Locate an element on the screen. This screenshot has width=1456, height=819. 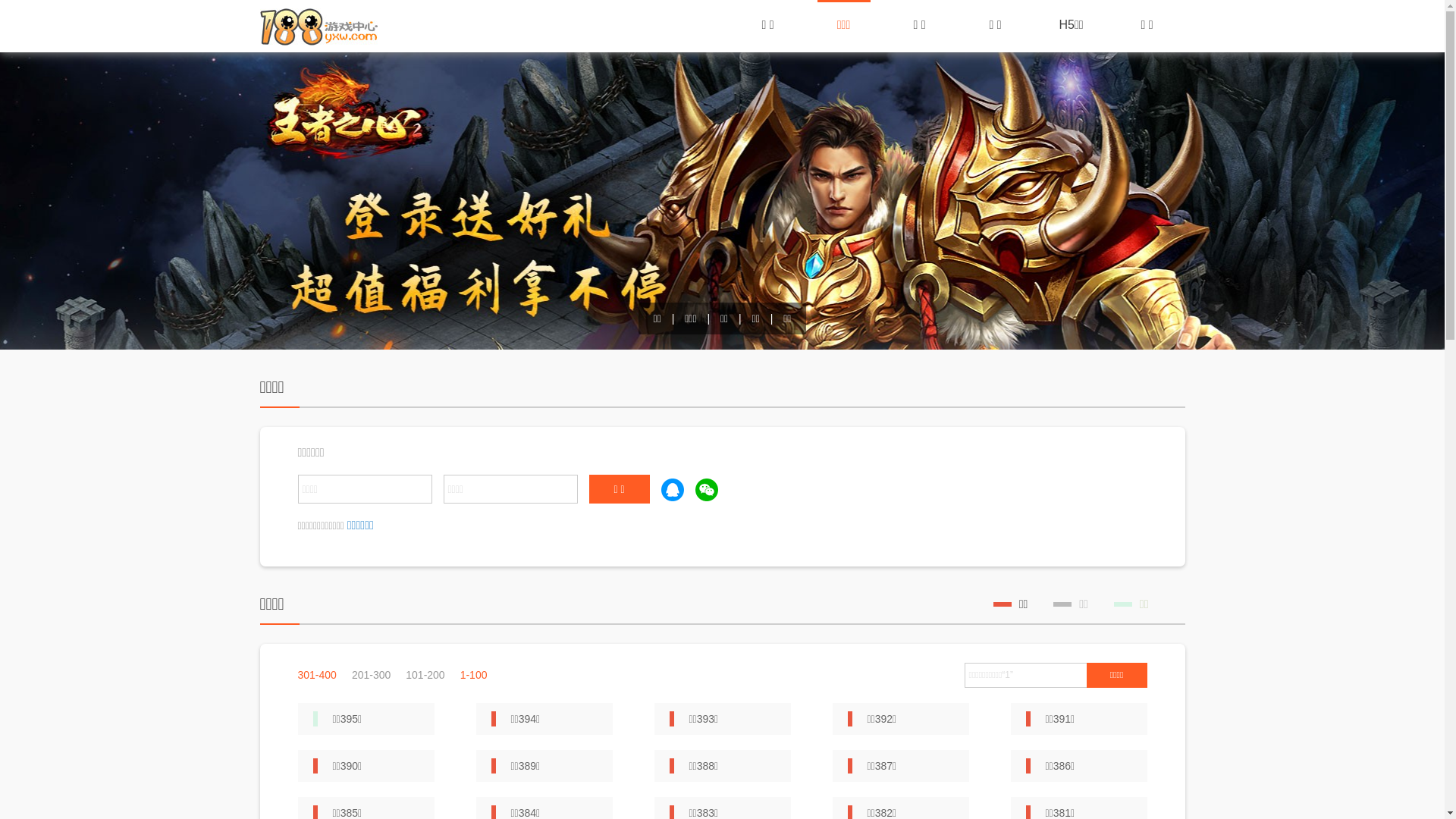
'weixin' is located at coordinates (705, 489).